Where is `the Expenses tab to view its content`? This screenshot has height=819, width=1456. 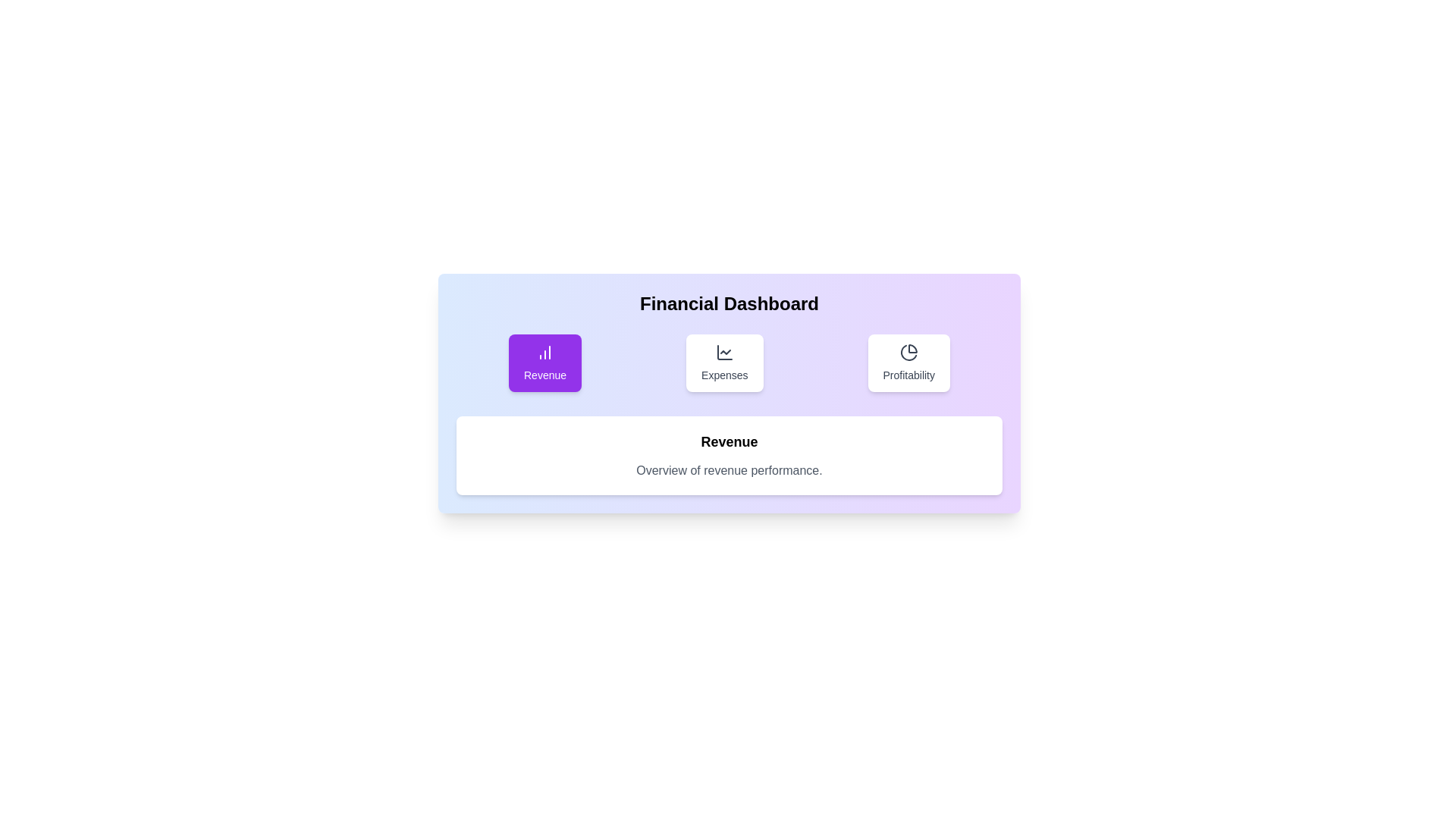 the Expenses tab to view its content is located at coordinates (723, 362).